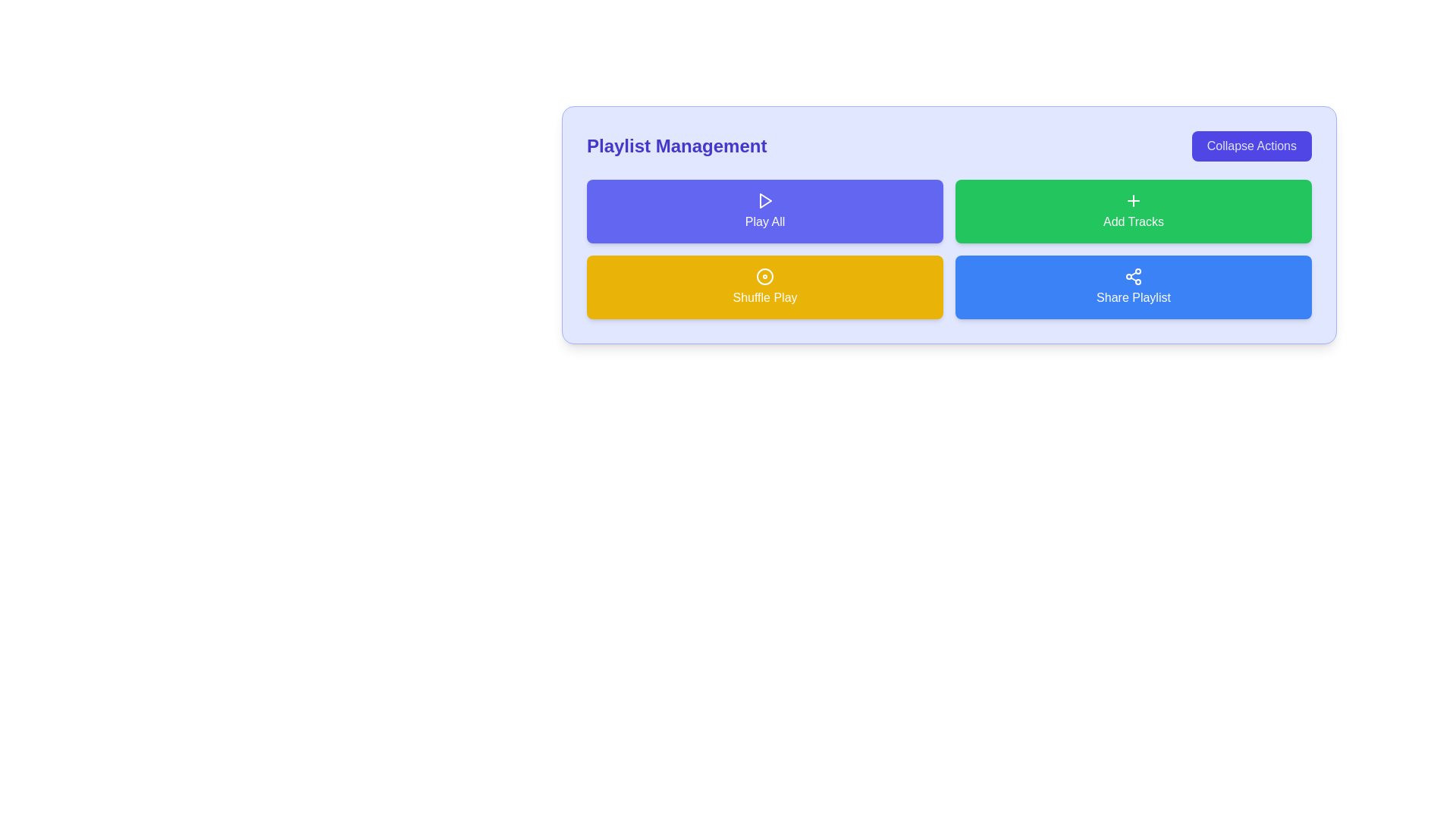 The height and width of the screenshot is (819, 1456). What do you see at coordinates (764, 287) in the screenshot?
I see `the yellow rectangular button labeled 'Shuffle Play' with a white circular icon above it` at bounding box center [764, 287].